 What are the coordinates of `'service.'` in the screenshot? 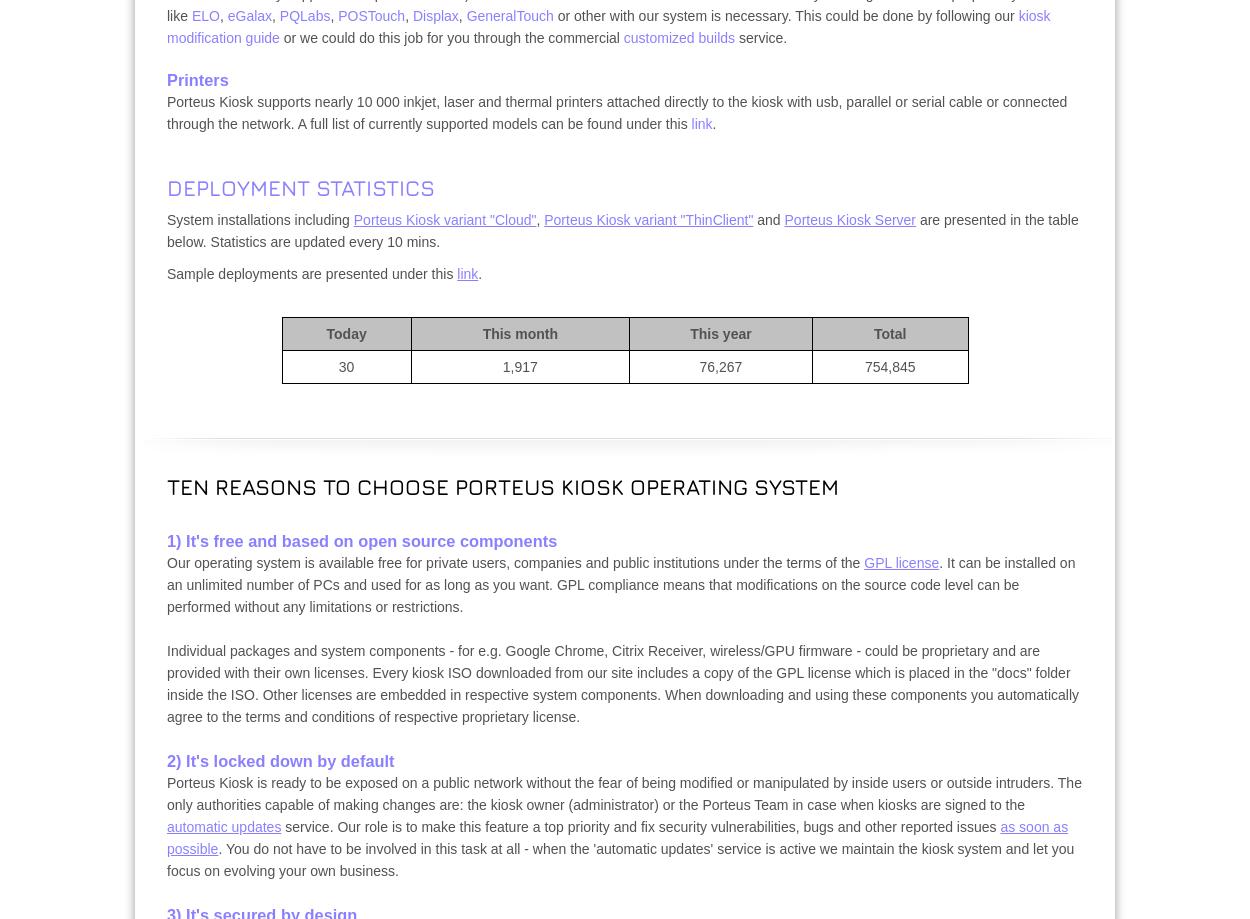 It's located at (761, 37).